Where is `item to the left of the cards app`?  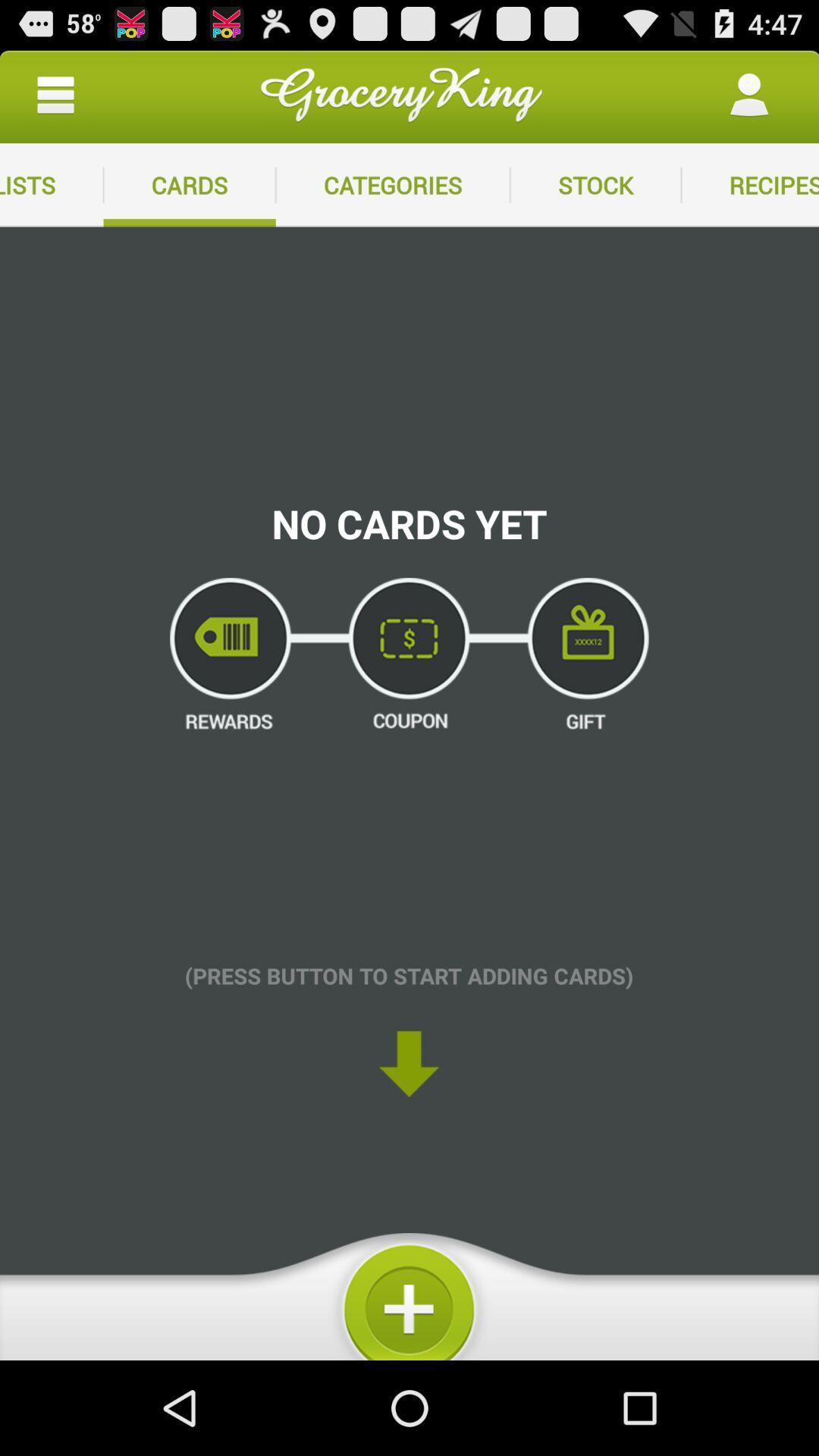 item to the left of the cards app is located at coordinates (51, 184).